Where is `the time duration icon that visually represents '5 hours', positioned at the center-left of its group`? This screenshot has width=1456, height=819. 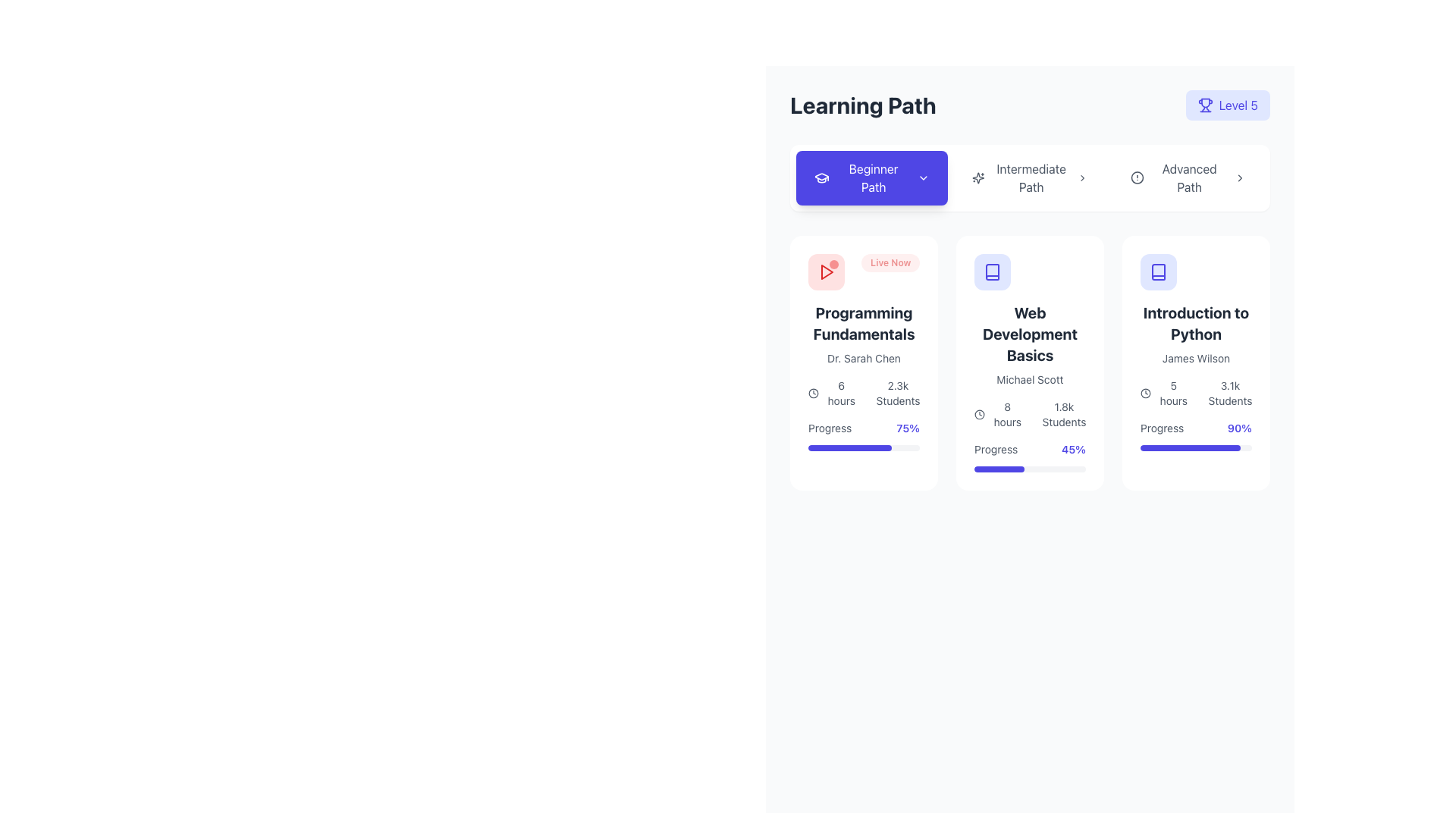 the time duration icon that visually represents '5 hours', positioned at the center-left of its group is located at coordinates (1146, 393).